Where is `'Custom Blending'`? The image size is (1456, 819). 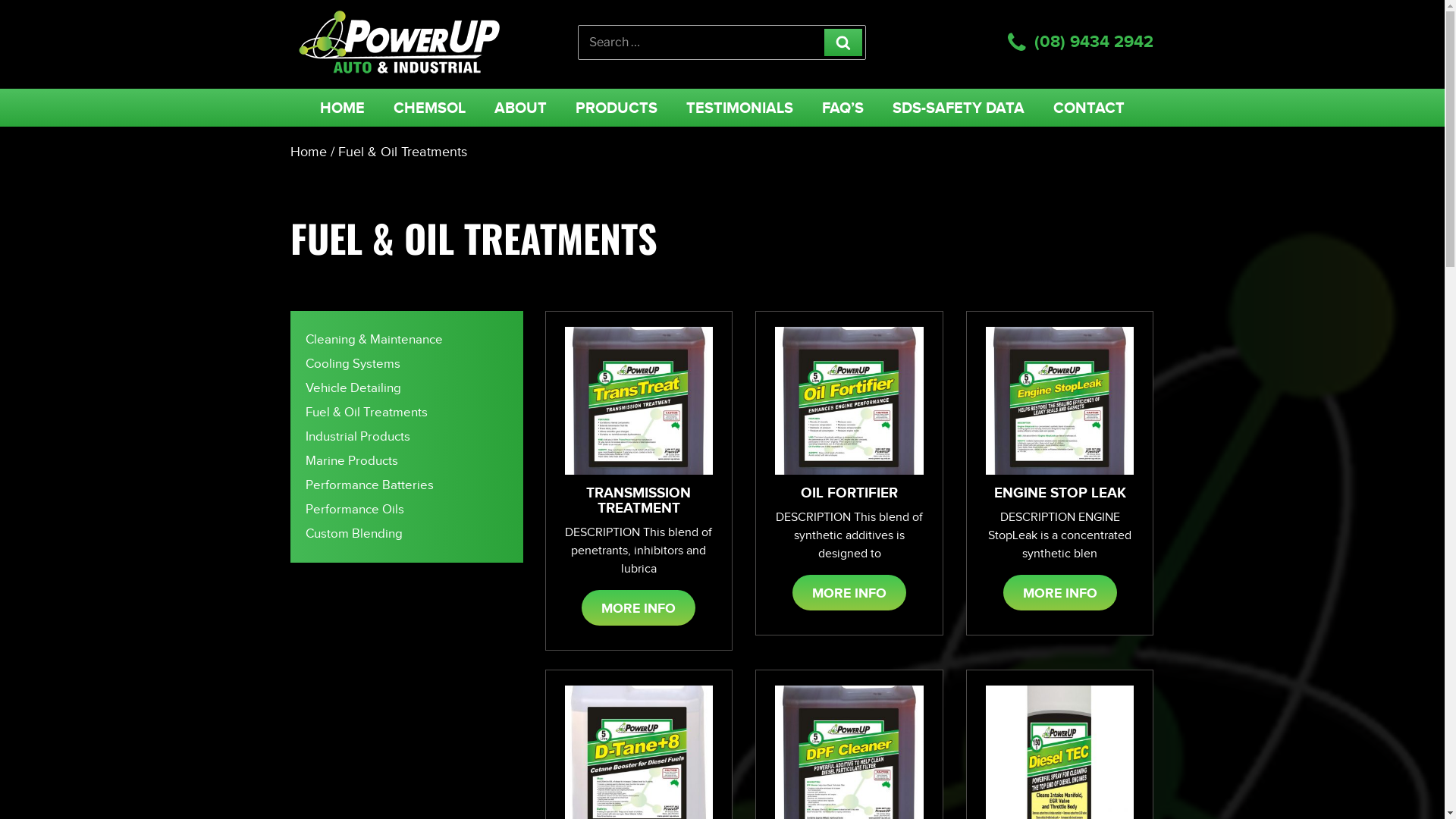
'Custom Blending' is located at coordinates (352, 533).